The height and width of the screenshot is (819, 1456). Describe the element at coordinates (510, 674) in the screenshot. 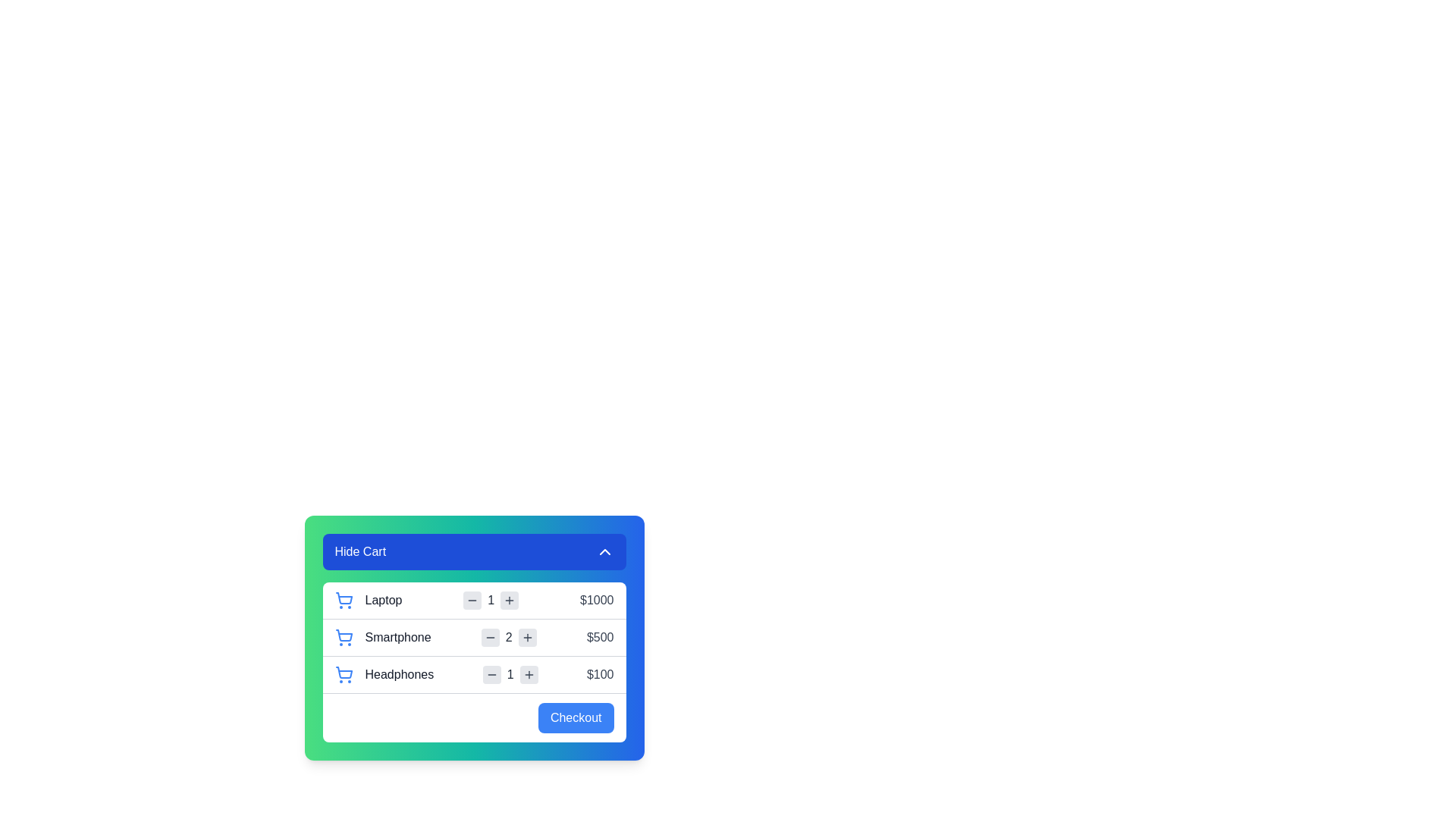

I see `the Label displaying the numeral '1' for the quantity selector of 'Headphones', which is positioned between the minus and plus buttons in the third row of the cart interface` at that location.